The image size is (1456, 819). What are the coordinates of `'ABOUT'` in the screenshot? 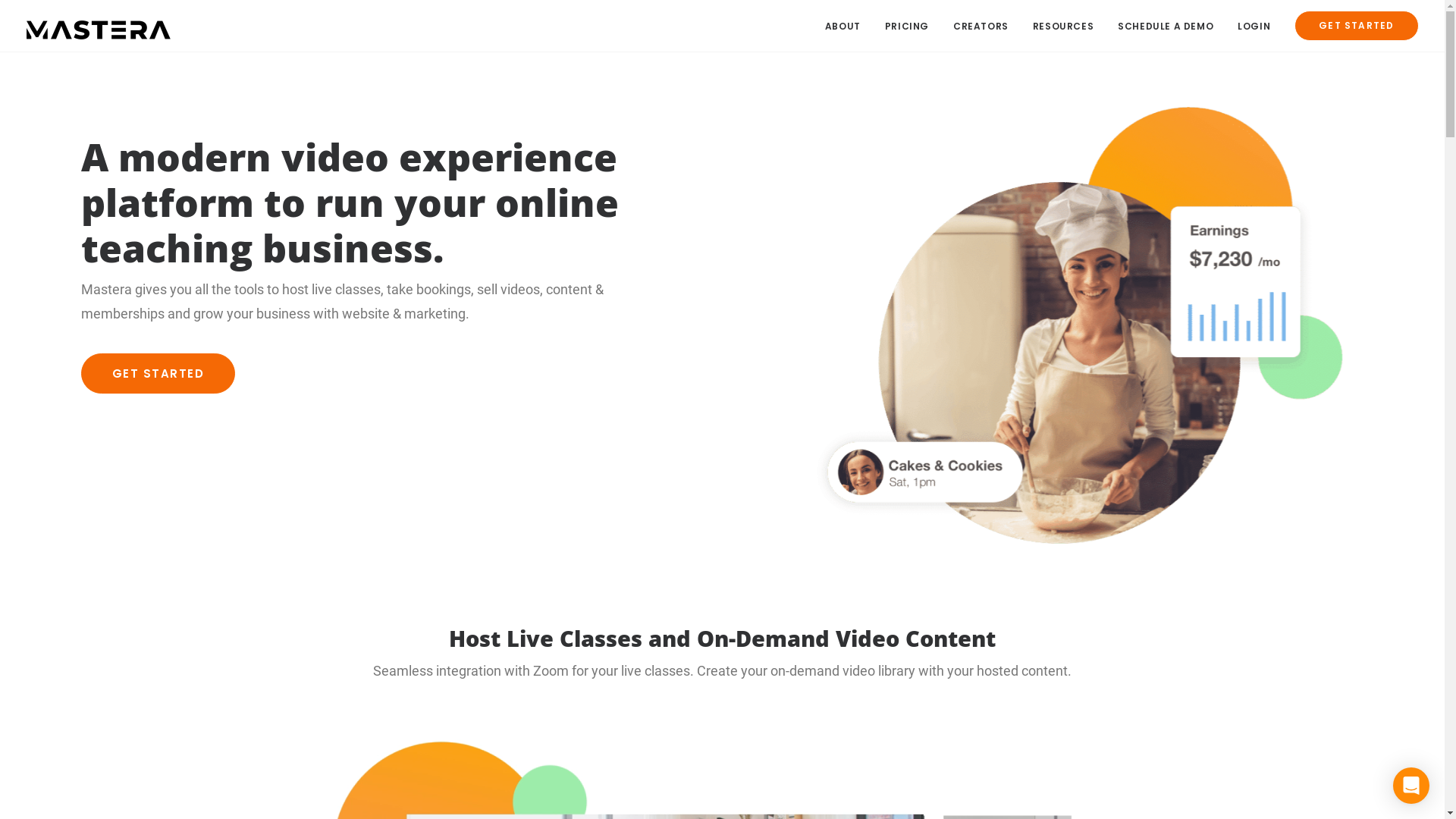 It's located at (847, 26).